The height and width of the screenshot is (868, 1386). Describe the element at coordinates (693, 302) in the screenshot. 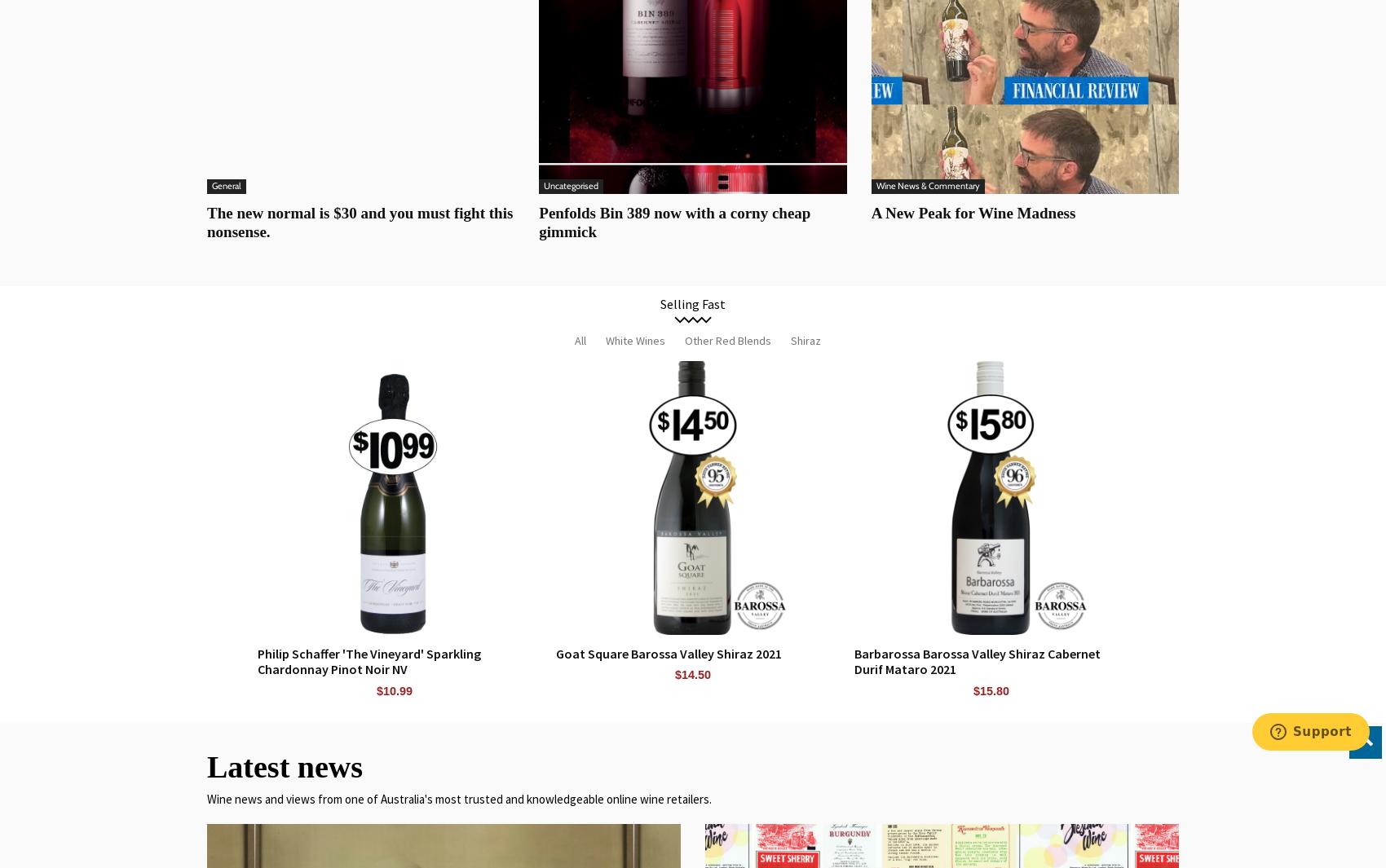

I see `'Selling Fast'` at that location.